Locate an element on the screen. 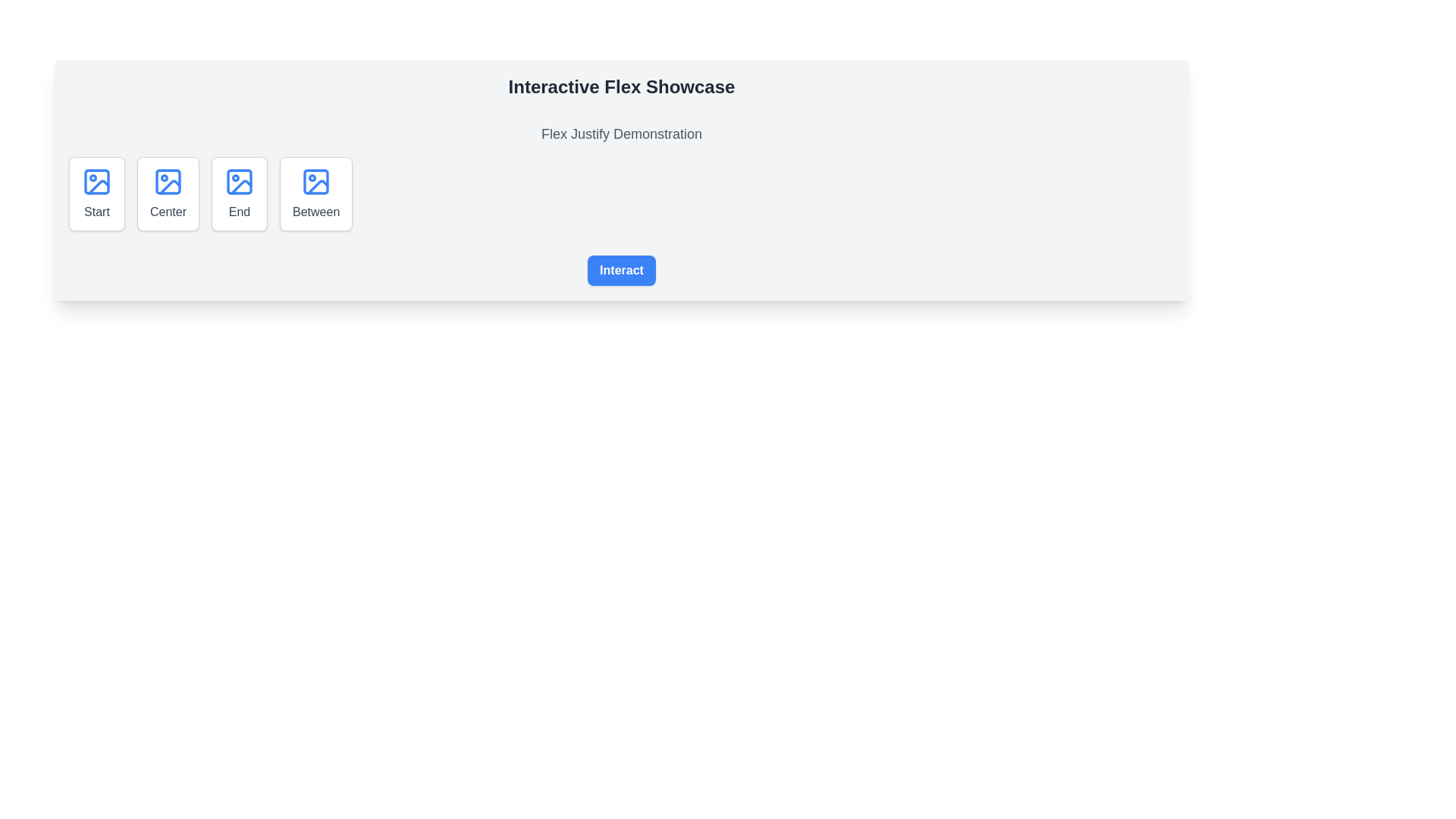 This screenshot has height=819, width=1456. the text label 'End' which is located below an image thumbnail icon and is the third button from the left in a horizontal arrangement is located at coordinates (239, 212).